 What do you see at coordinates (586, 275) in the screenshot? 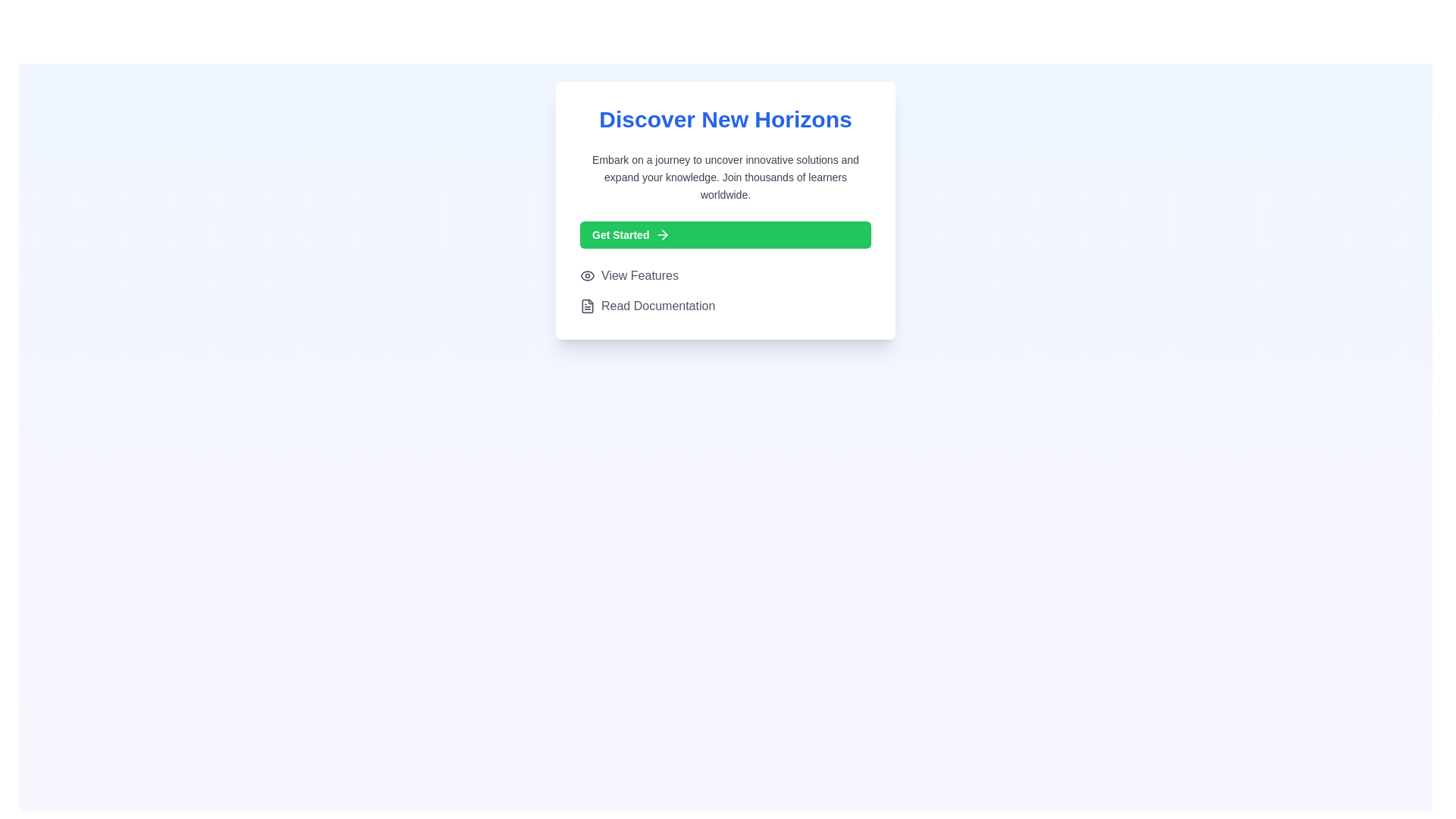
I see `the icon that visually complements the 'View Features' text, located in the lower-left section of the card, directly before the text label` at bounding box center [586, 275].